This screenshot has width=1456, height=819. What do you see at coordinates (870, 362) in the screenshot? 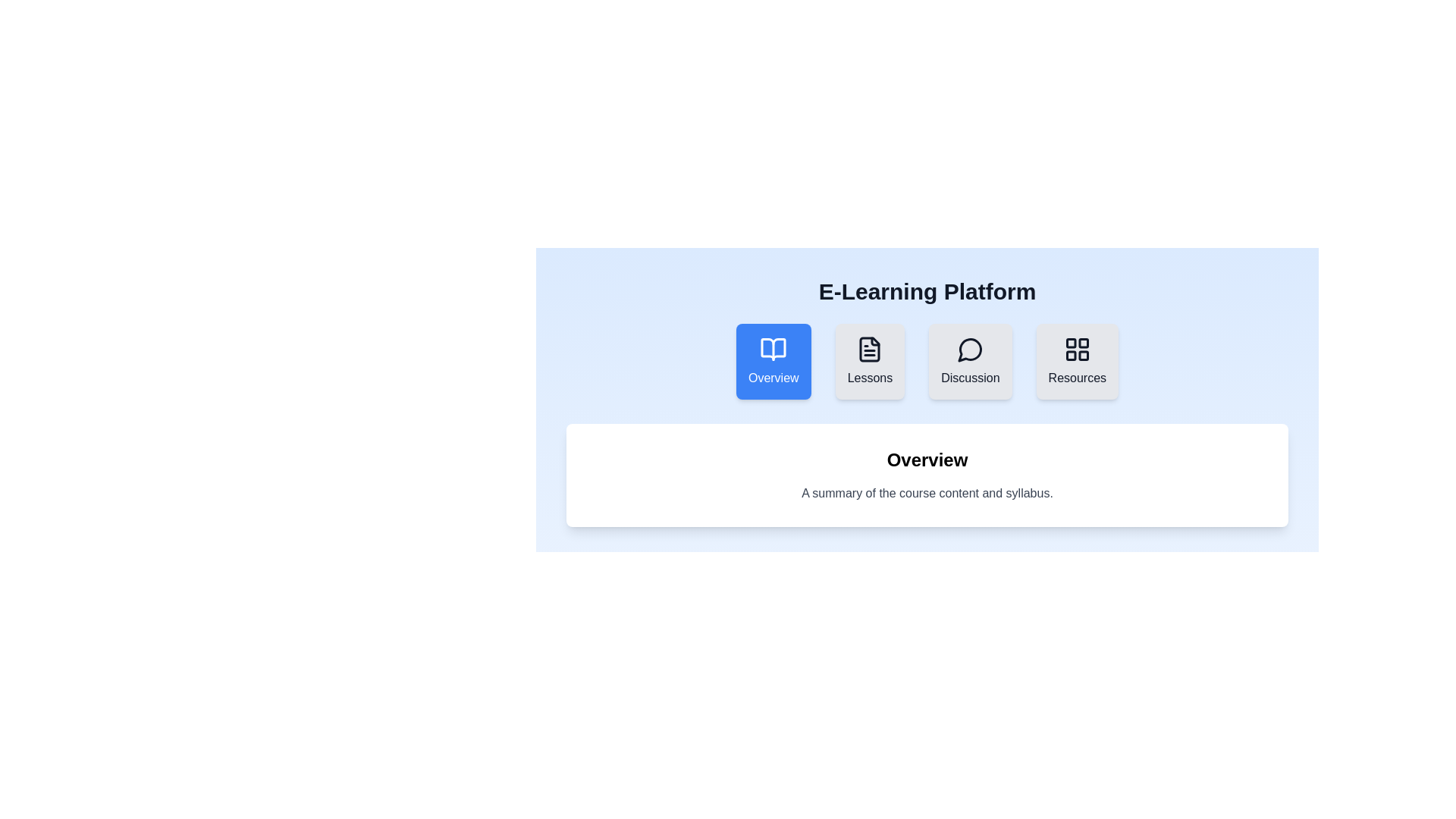
I see `the Lessons tab to switch to its content` at bounding box center [870, 362].